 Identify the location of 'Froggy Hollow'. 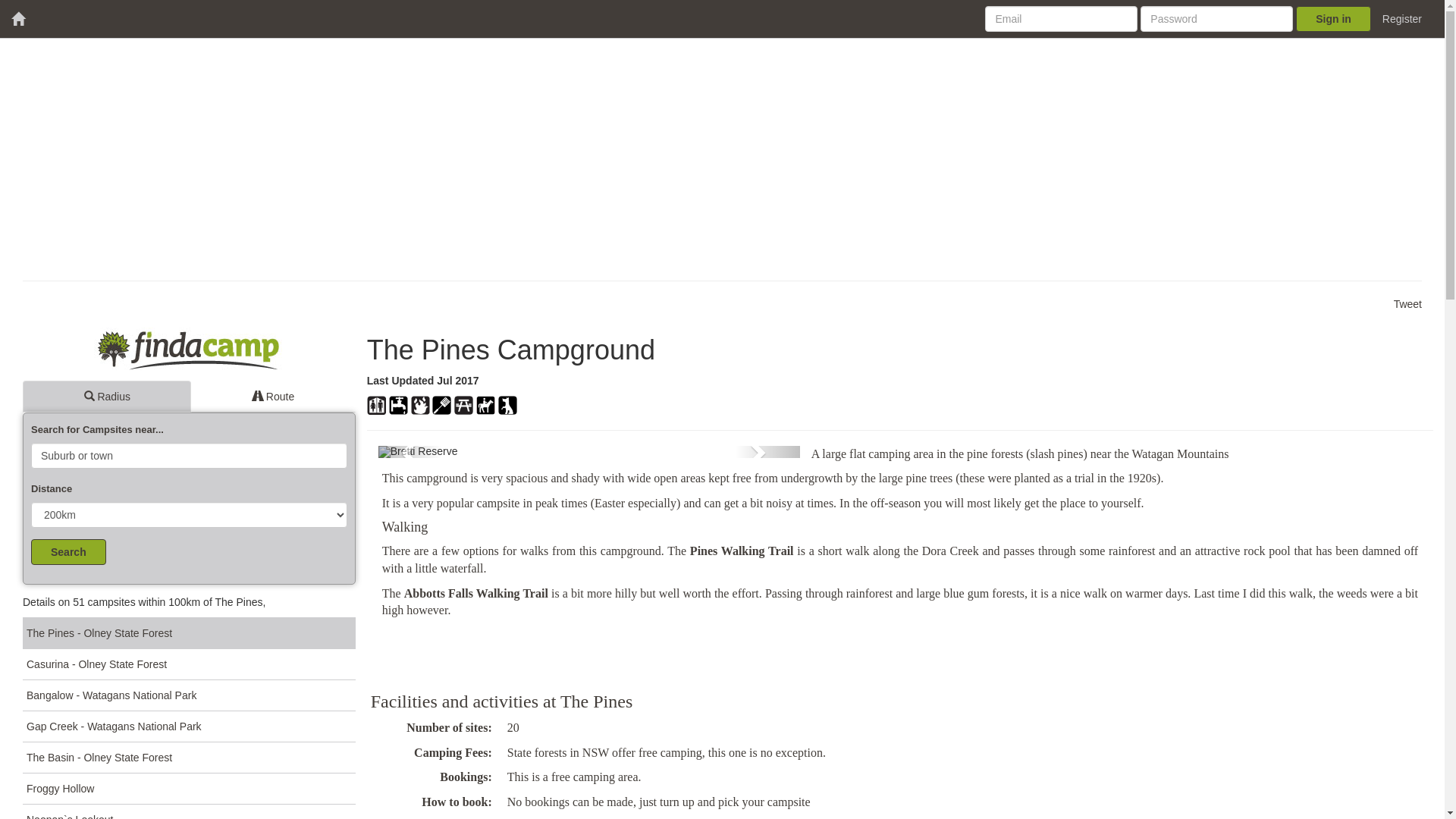
(188, 787).